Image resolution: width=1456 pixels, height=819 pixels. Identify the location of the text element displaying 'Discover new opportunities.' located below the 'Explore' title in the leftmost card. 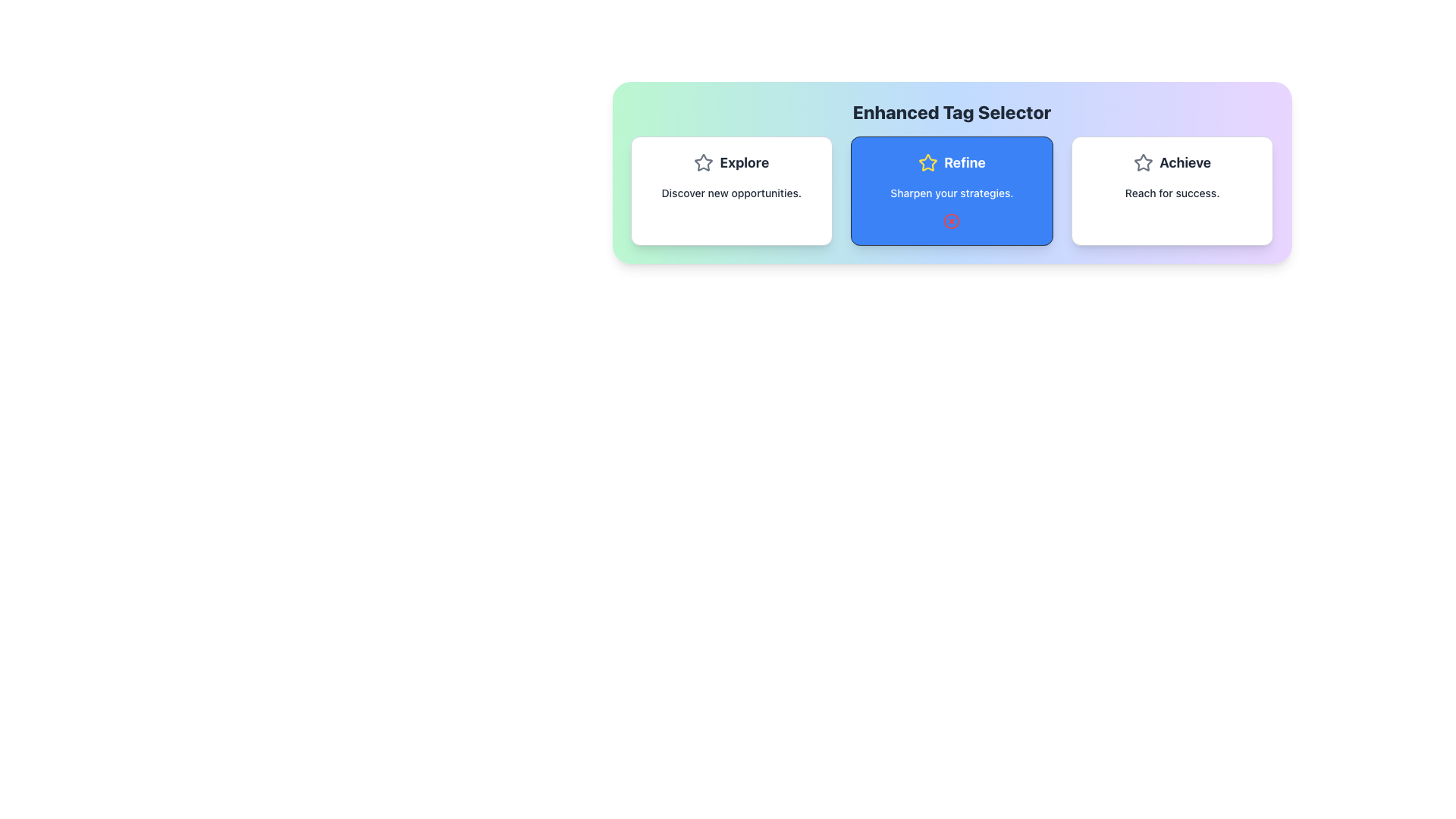
(731, 192).